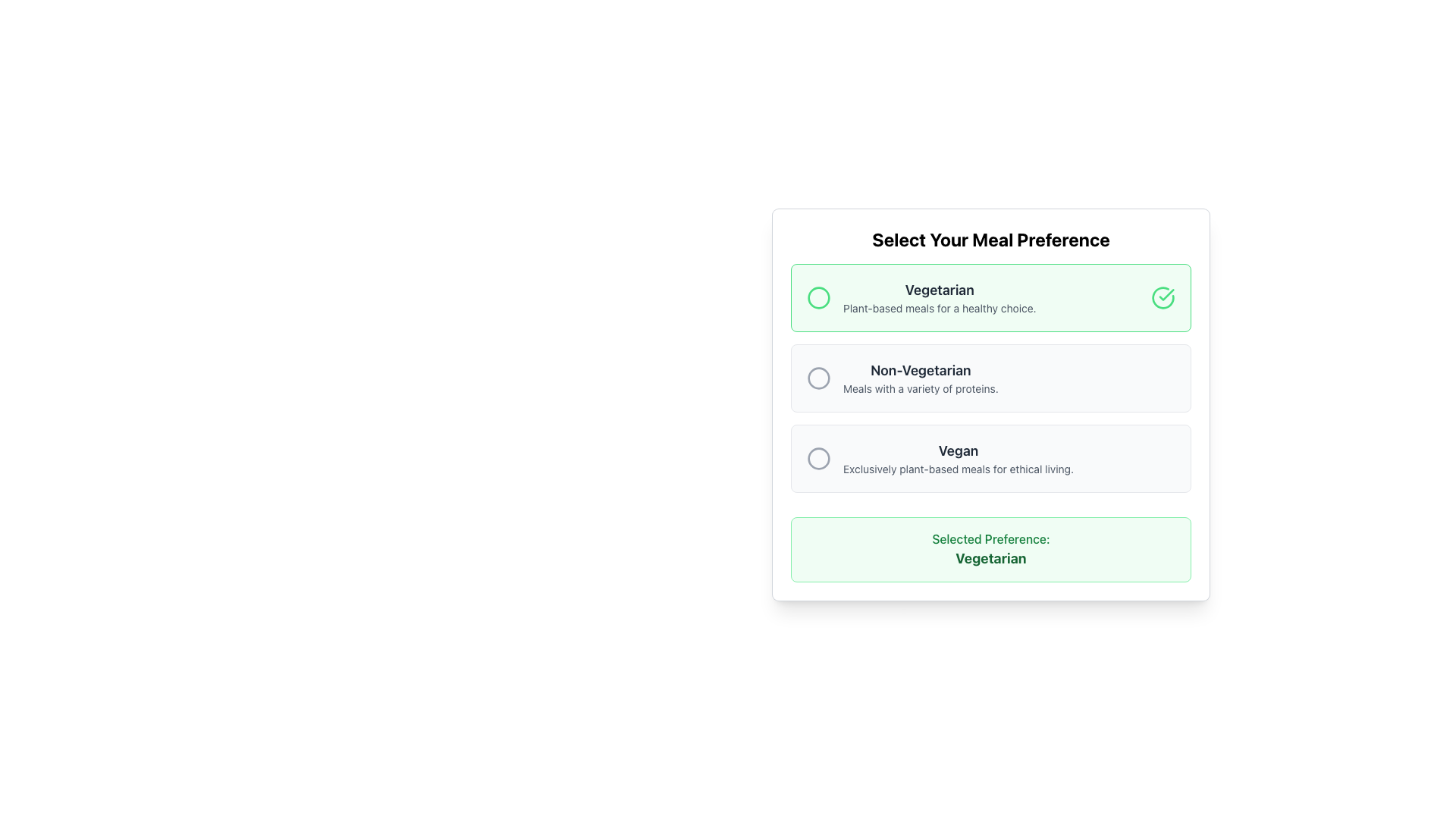  What do you see at coordinates (939, 298) in the screenshot?
I see `information displayed on the 'Vegetarian' text element, which includes a bold title and a subtitle indicating plant-based meals for a healthy choice` at bounding box center [939, 298].